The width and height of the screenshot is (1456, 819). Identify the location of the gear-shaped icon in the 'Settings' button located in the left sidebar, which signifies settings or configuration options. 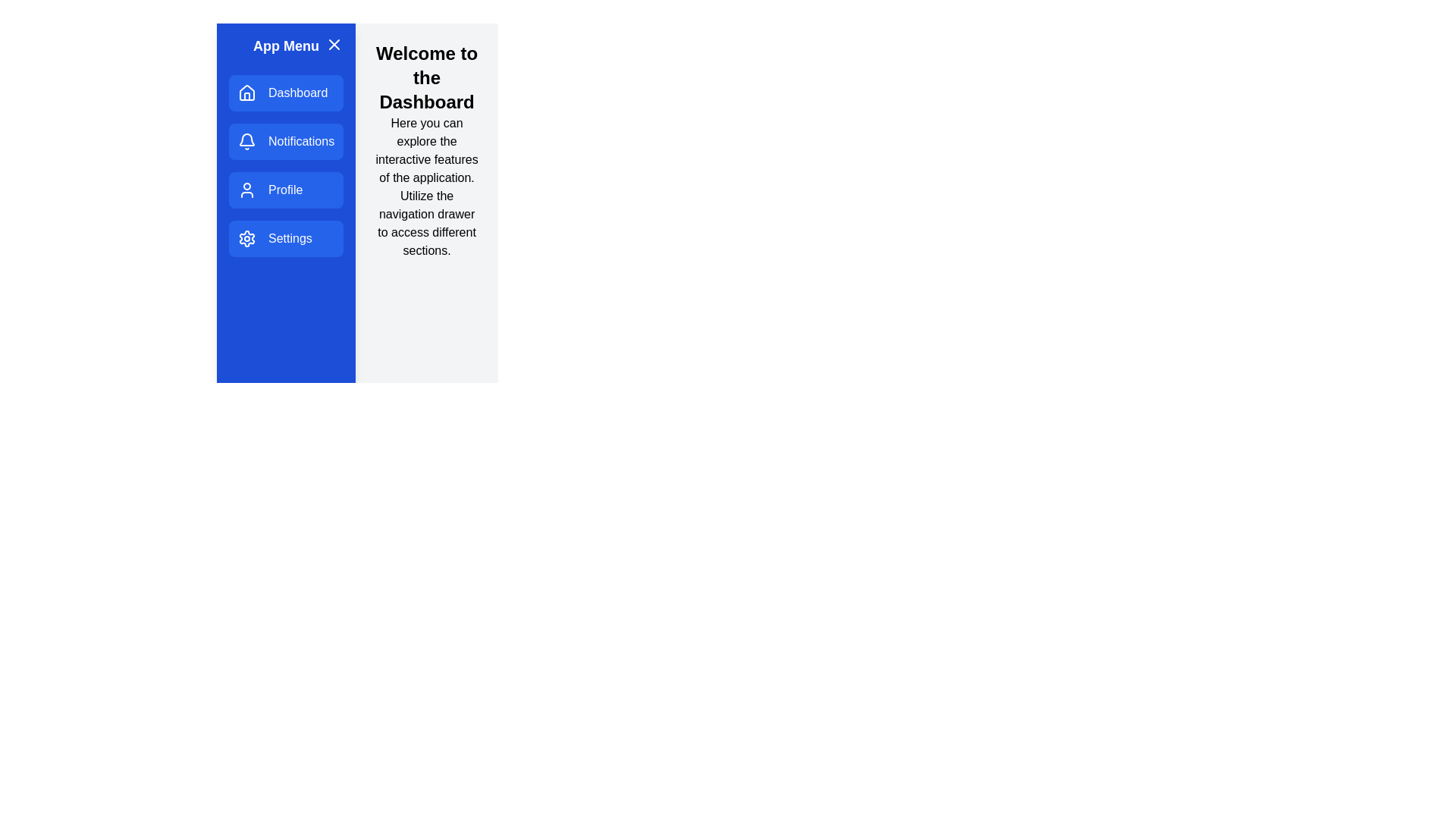
(247, 239).